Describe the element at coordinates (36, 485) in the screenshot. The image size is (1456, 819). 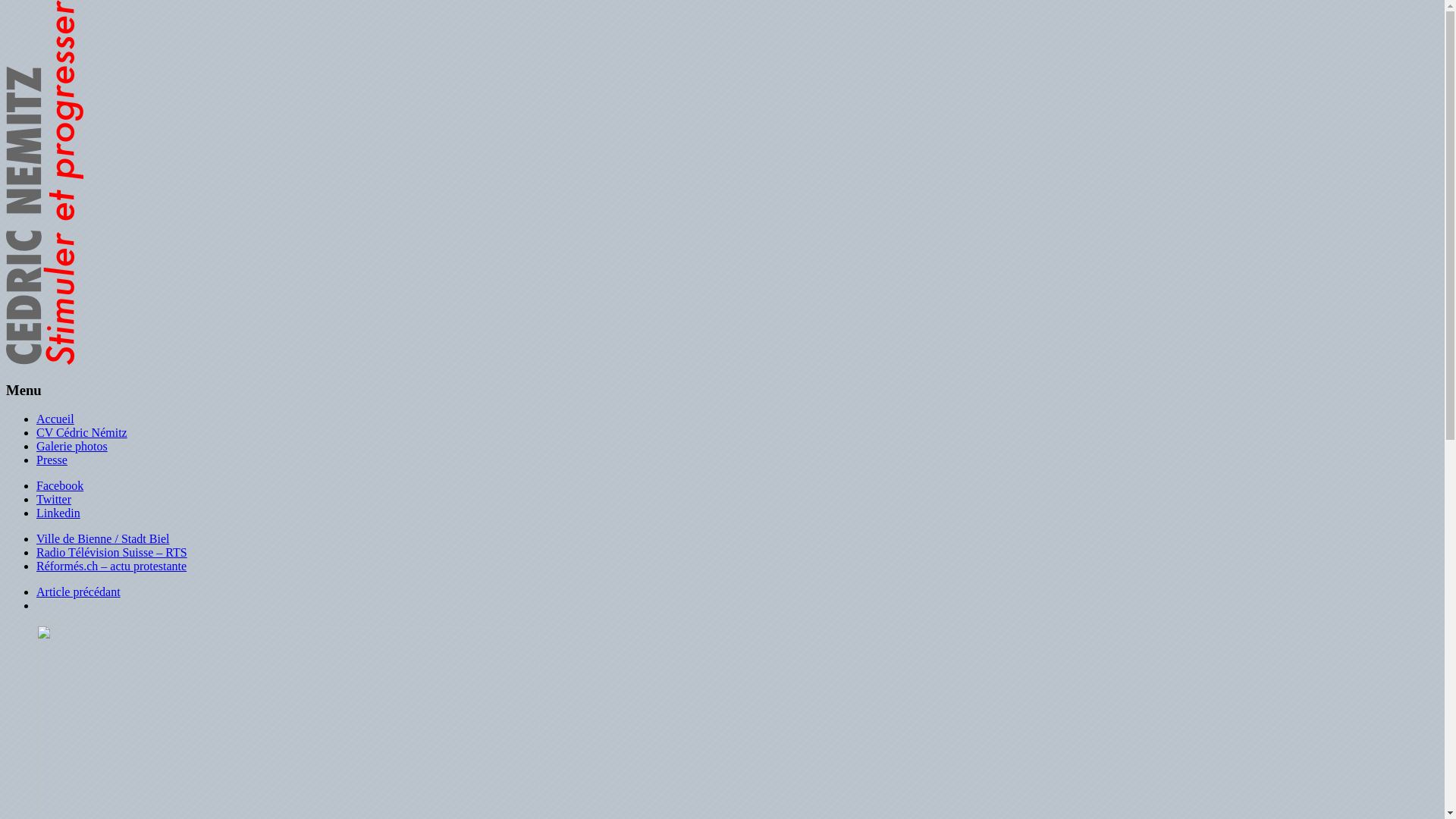
I see `'Facebook'` at that location.